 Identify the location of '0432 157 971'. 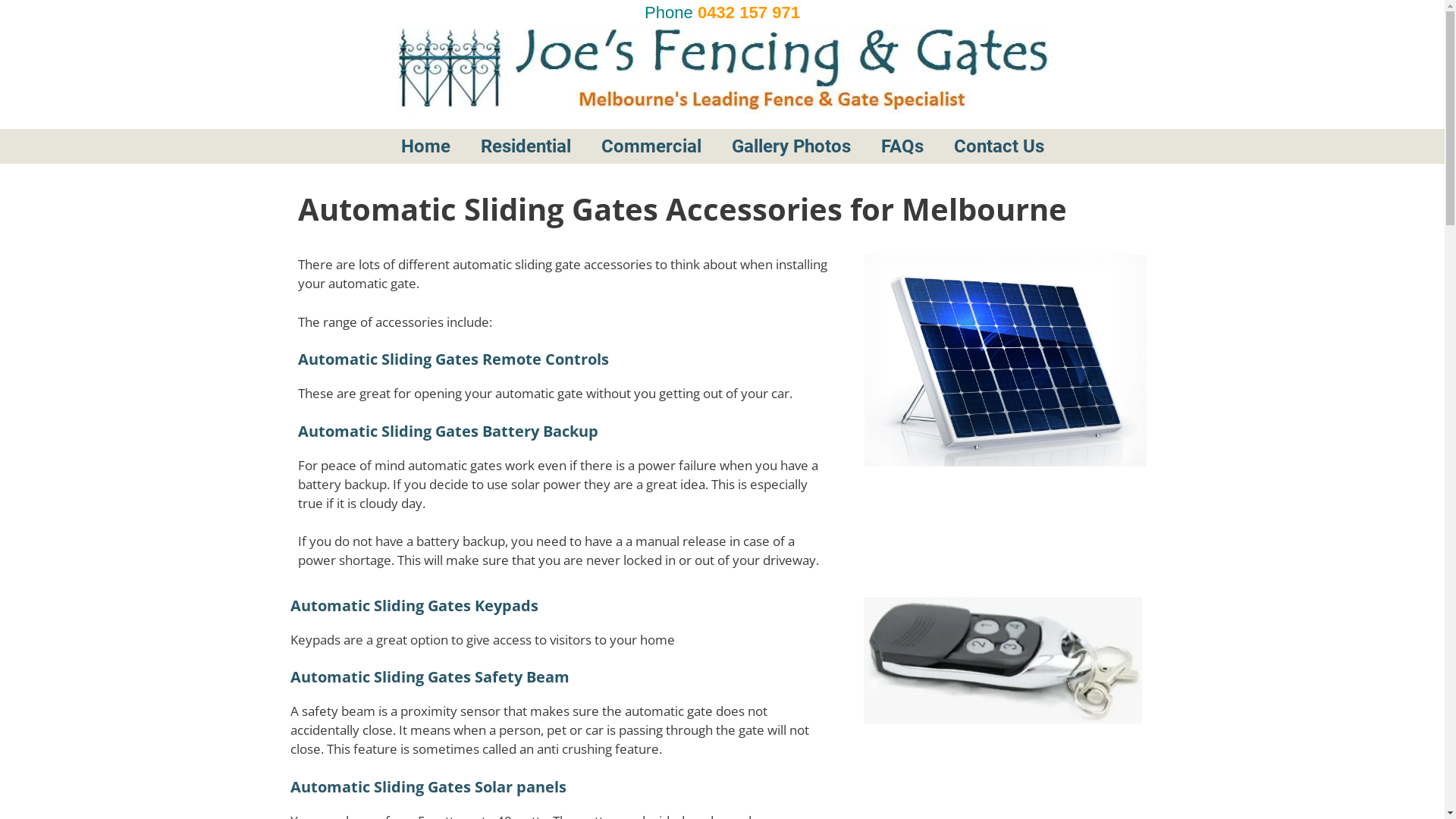
(748, 12).